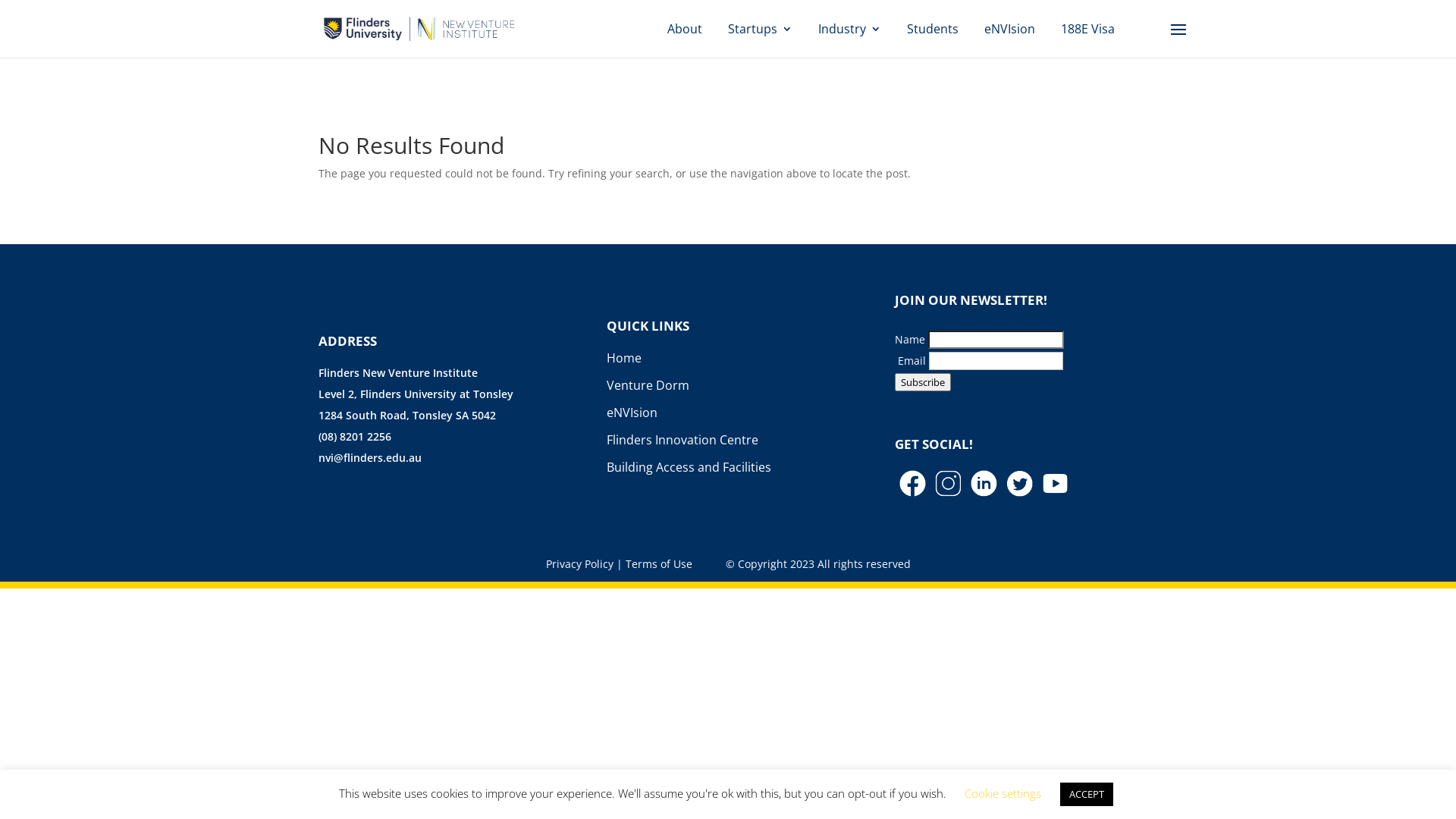  What do you see at coordinates (648, 384) in the screenshot?
I see `'Venture Dorm'` at bounding box center [648, 384].